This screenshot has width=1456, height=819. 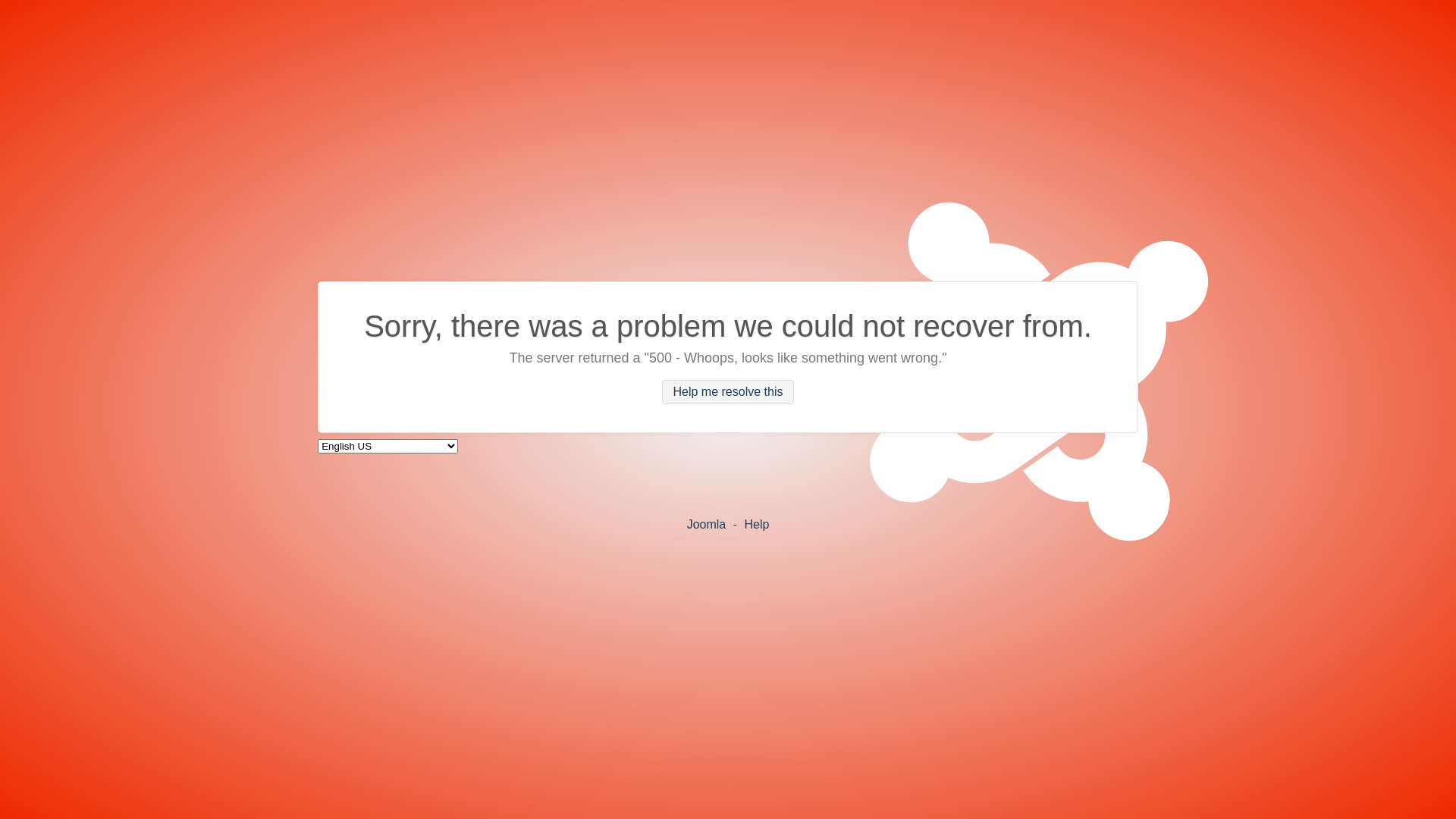 What do you see at coordinates (705, 522) in the screenshot?
I see `'Joomla'` at bounding box center [705, 522].